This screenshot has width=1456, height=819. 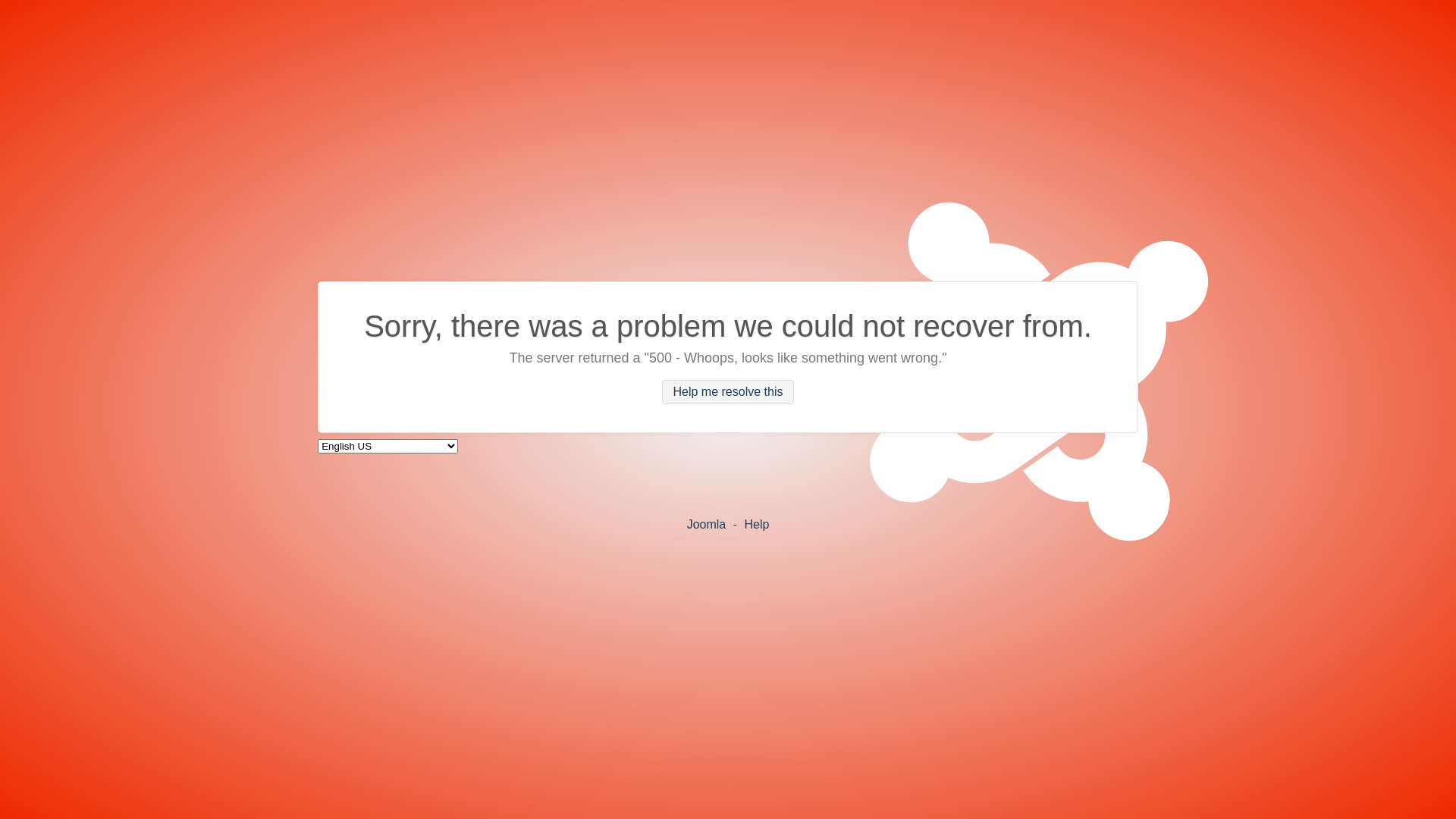 What do you see at coordinates (705, 522) in the screenshot?
I see `'Joomla'` at bounding box center [705, 522].